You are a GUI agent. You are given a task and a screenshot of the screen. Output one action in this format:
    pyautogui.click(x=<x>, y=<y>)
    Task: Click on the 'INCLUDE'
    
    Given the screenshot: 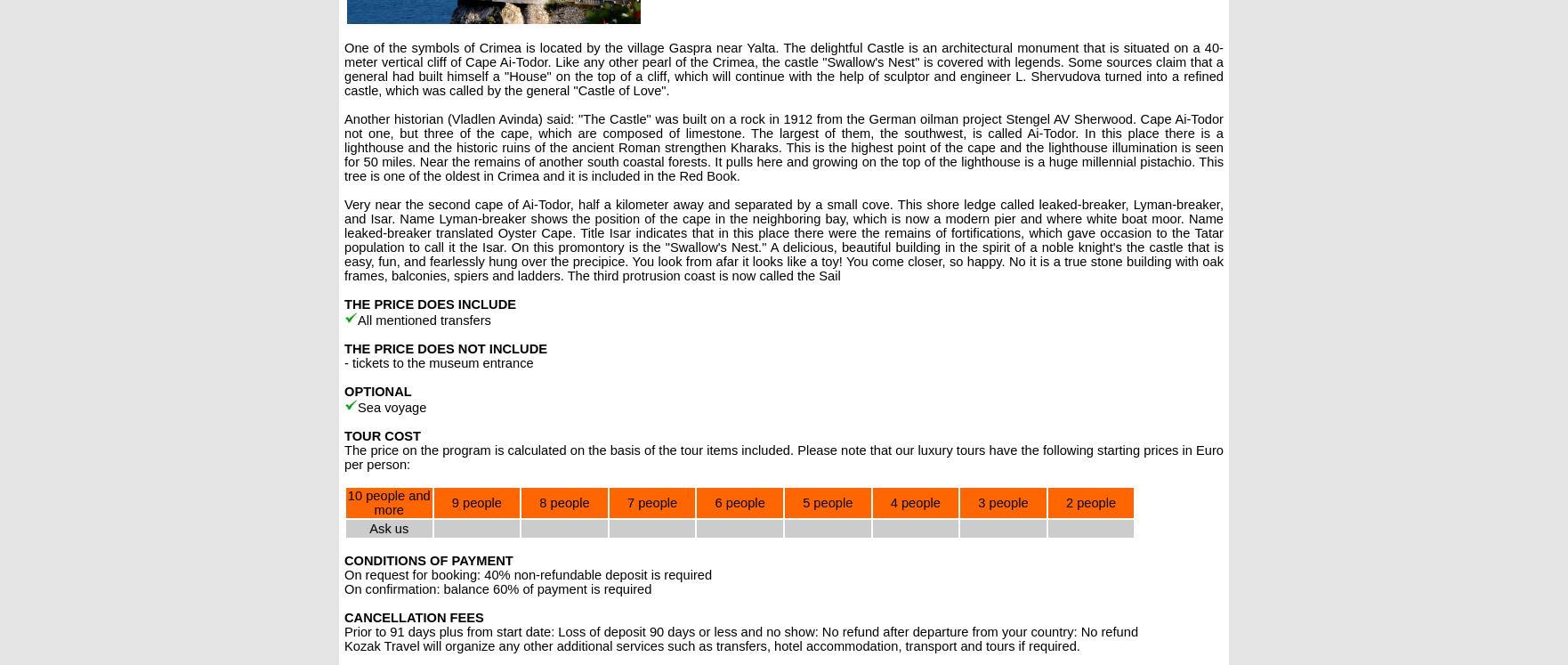 What is the action you would take?
    pyautogui.click(x=456, y=304)
    